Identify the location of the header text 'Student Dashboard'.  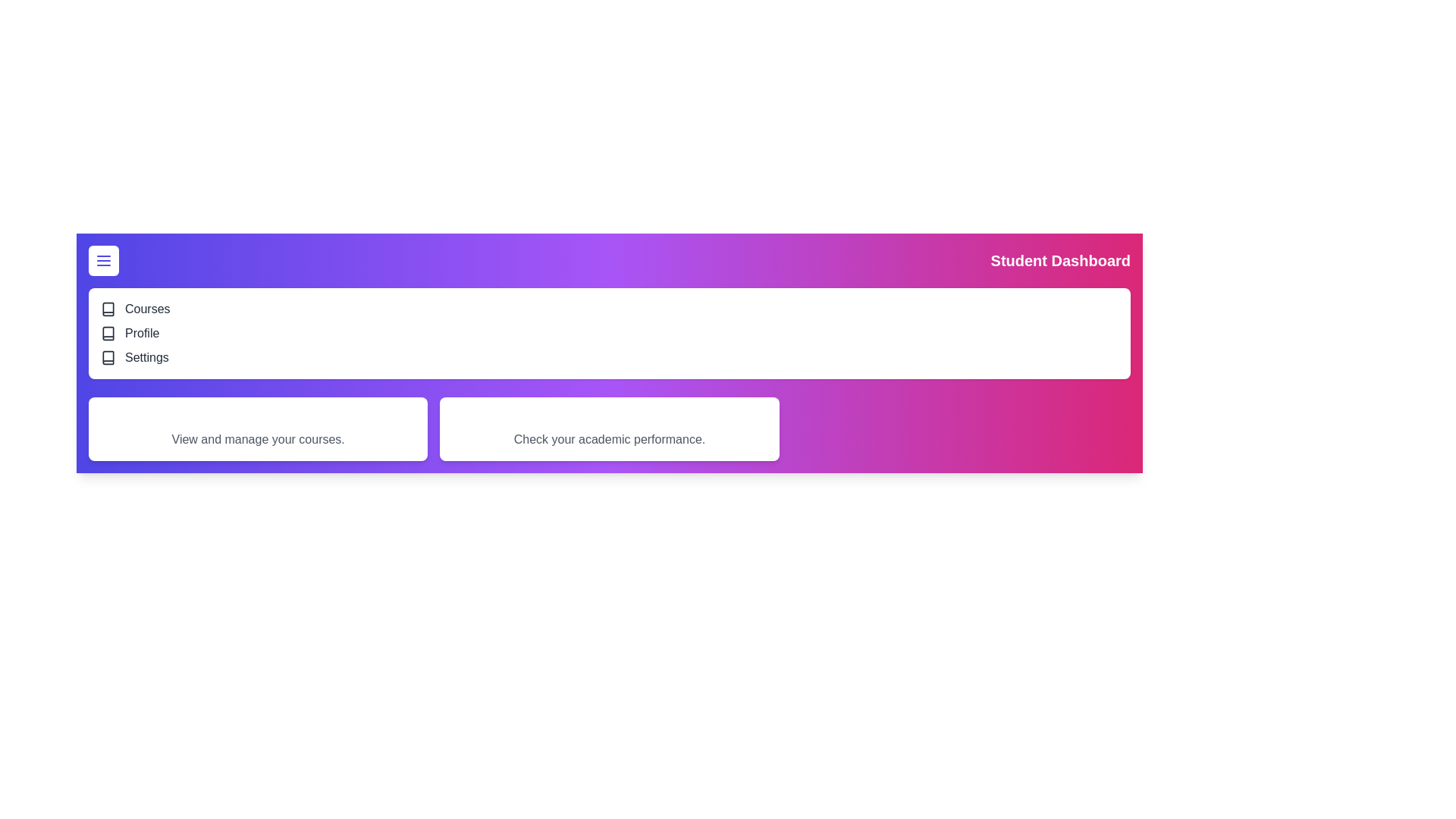
(1059, 259).